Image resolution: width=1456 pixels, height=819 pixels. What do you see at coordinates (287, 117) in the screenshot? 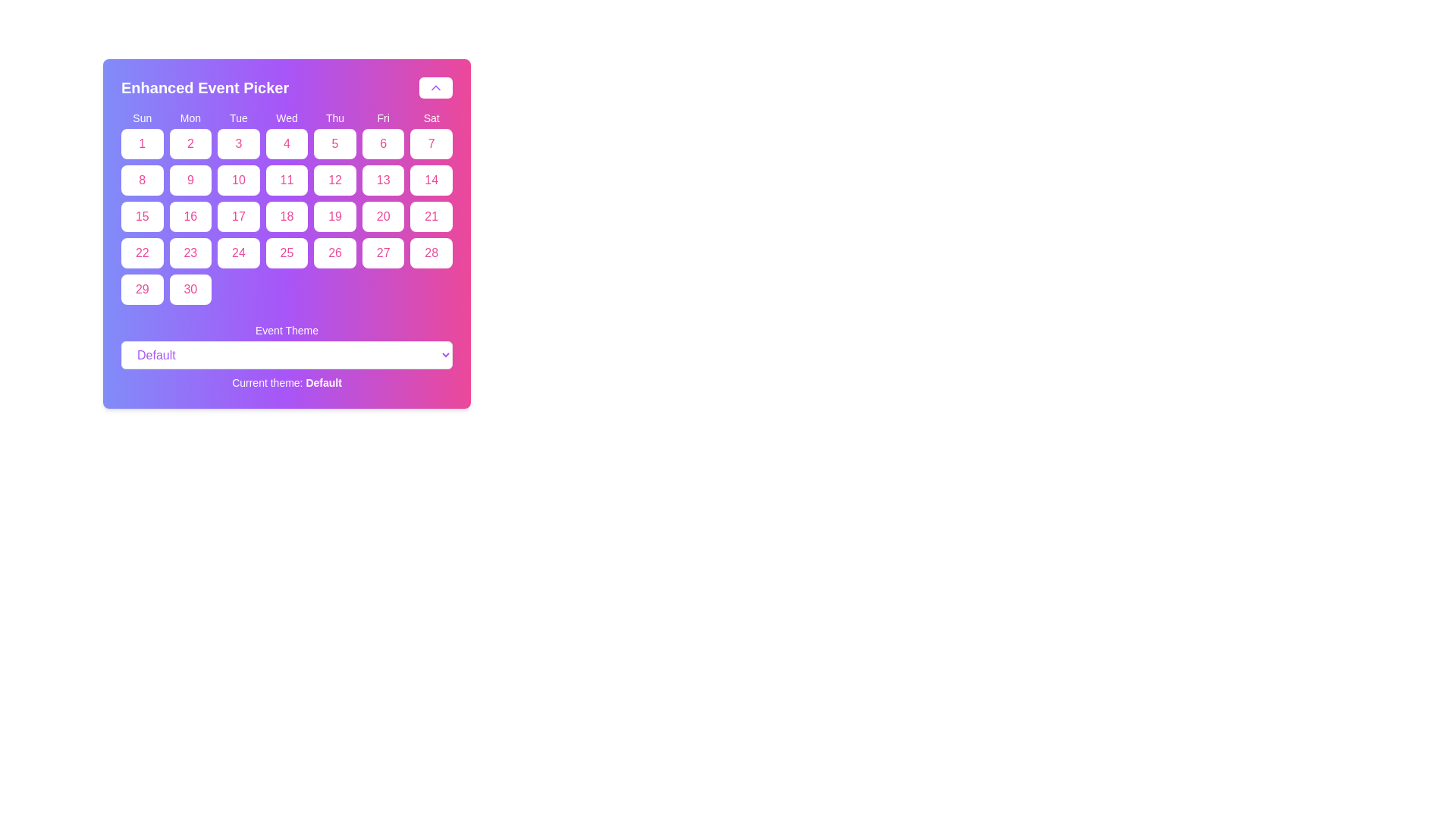
I see `the static text label representing 'Wednesday' in the weekday row of the calendar header` at bounding box center [287, 117].